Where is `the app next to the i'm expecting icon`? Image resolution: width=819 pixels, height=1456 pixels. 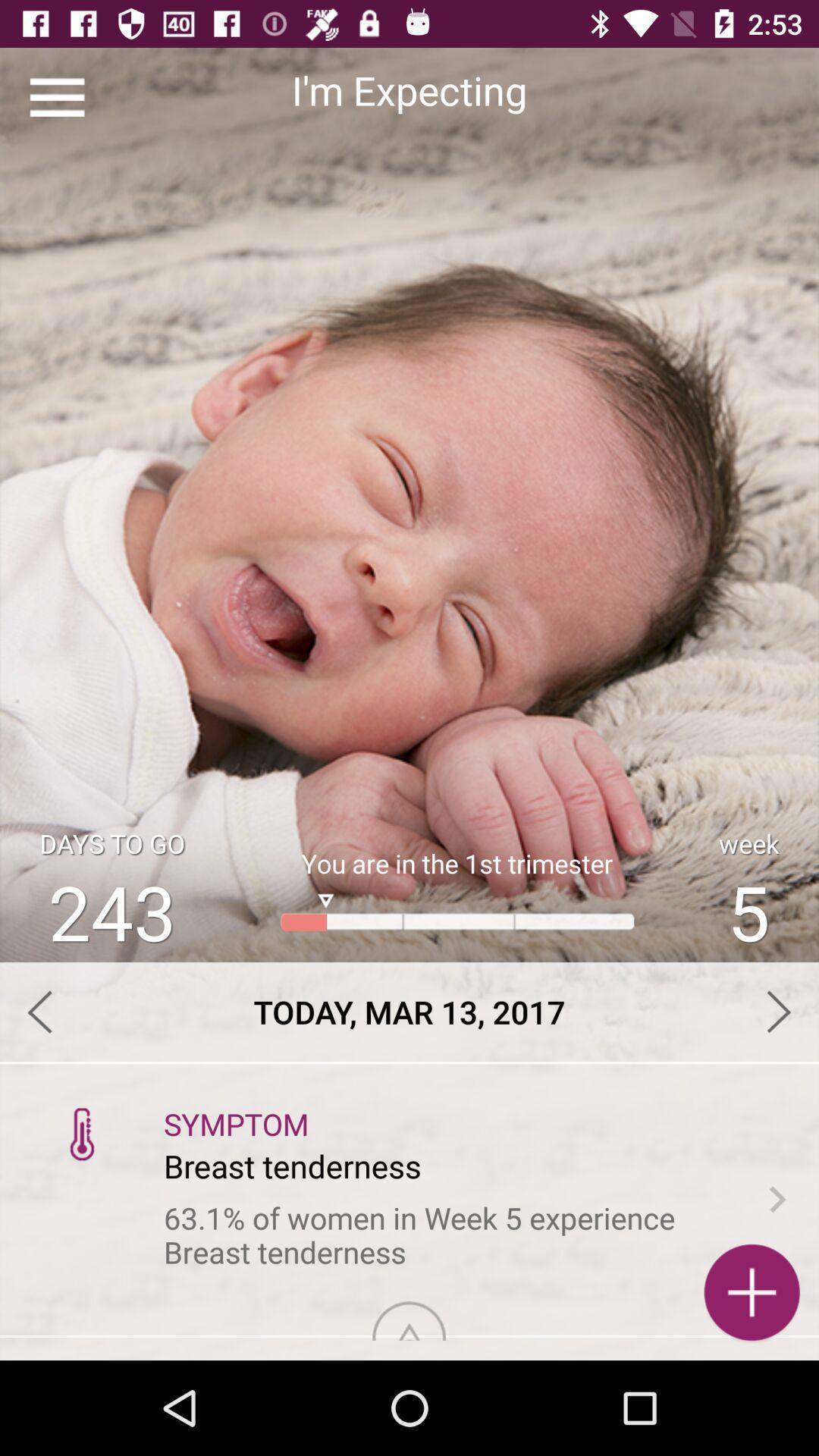
the app next to the i'm expecting icon is located at coordinates (56, 96).